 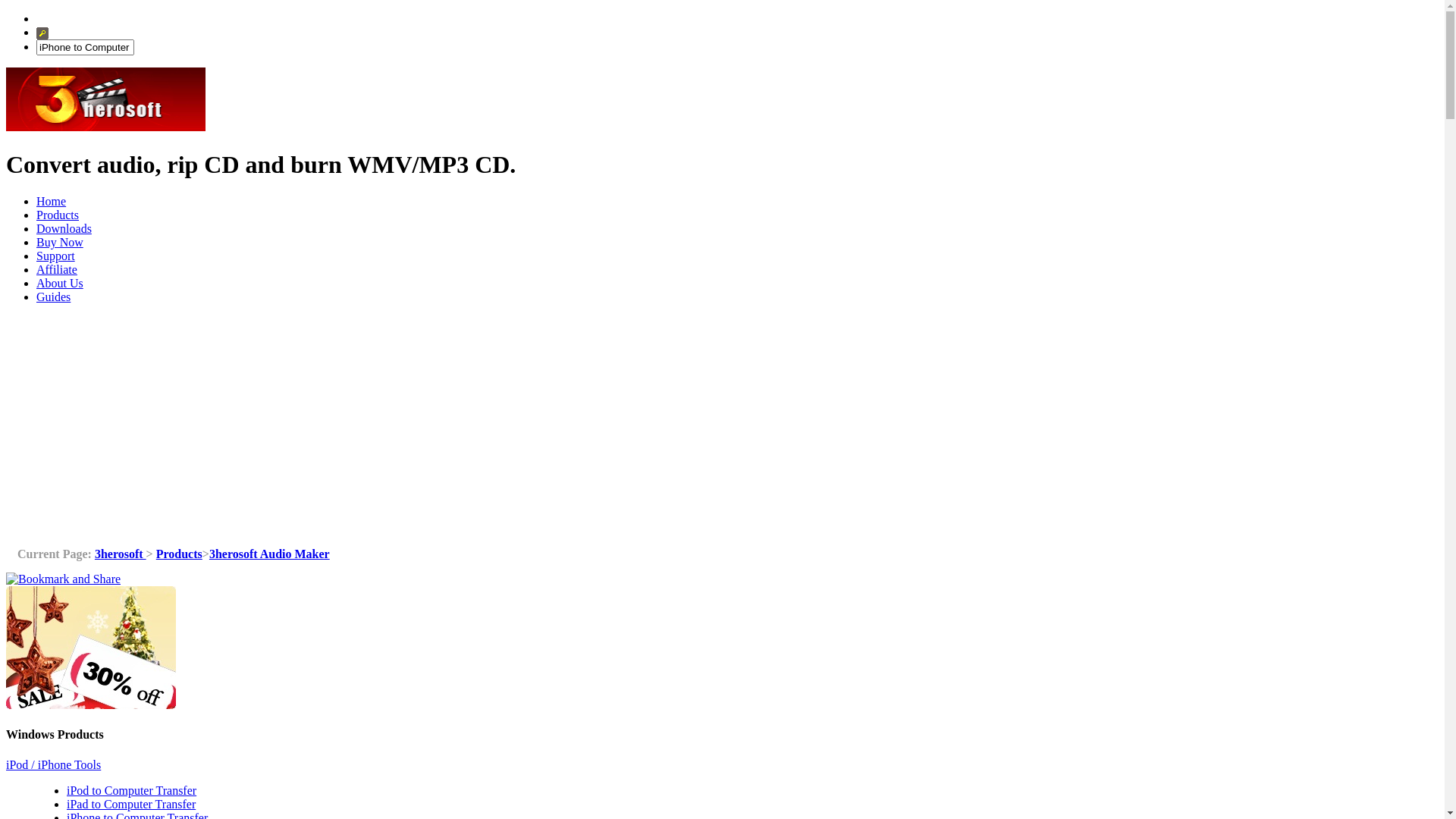 I want to click on 'Buy Now', so click(x=59, y=241).